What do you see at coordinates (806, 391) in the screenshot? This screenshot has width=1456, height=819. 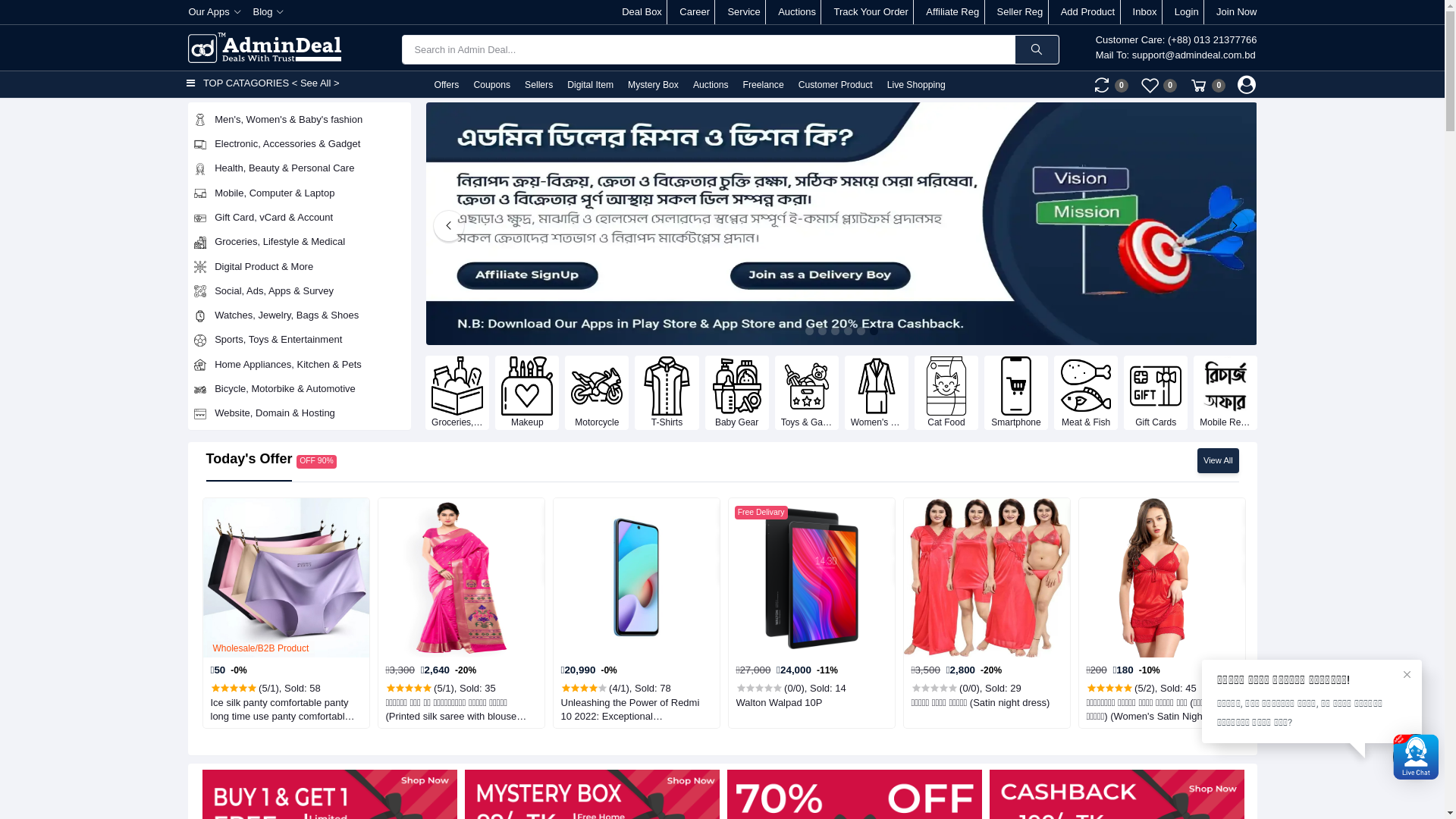 I see `'Toys & Games'` at bounding box center [806, 391].